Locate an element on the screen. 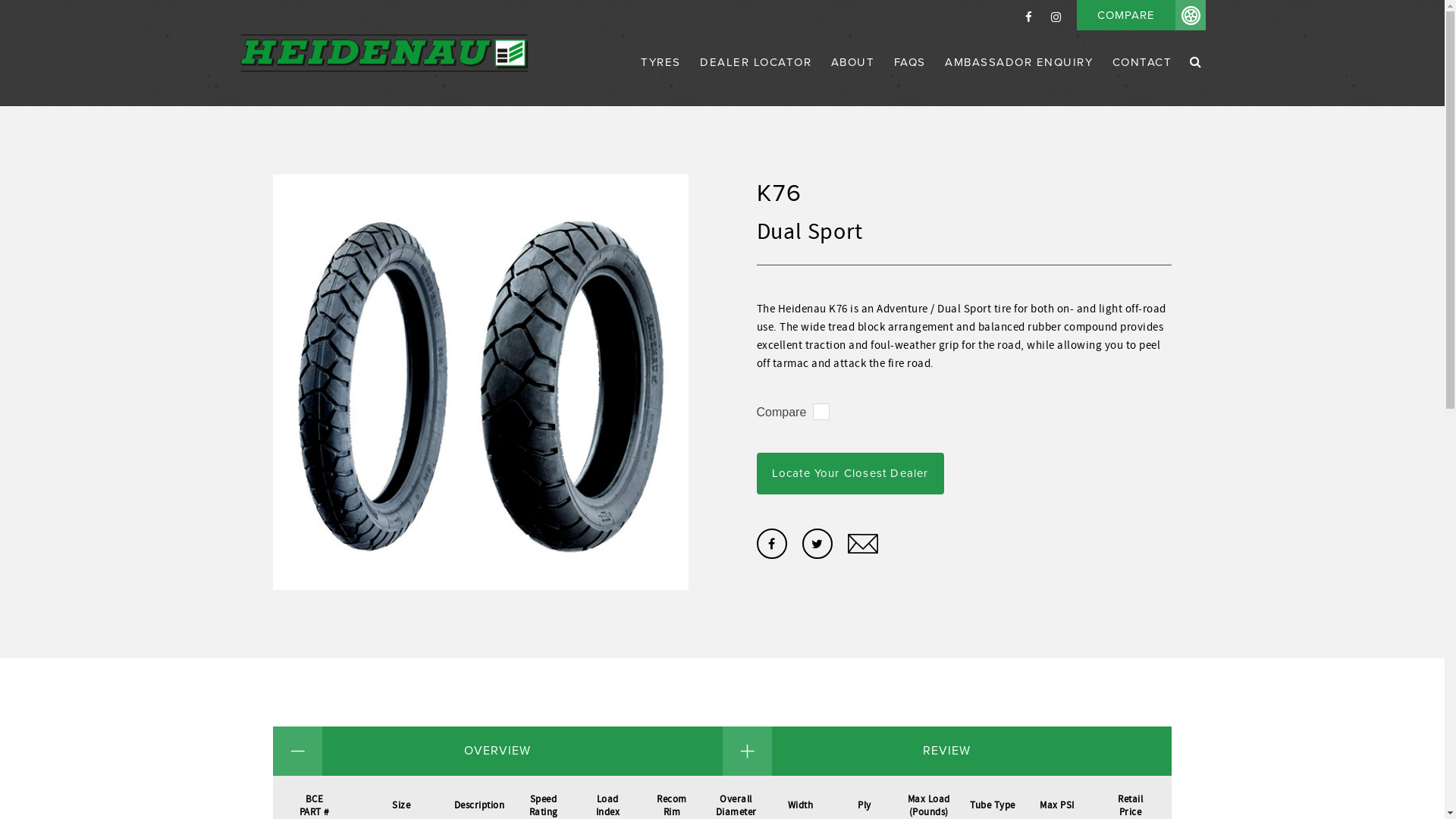 The height and width of the screenshot is (819, 1456). 'Heidenau' is located at coordinates (384, 52).